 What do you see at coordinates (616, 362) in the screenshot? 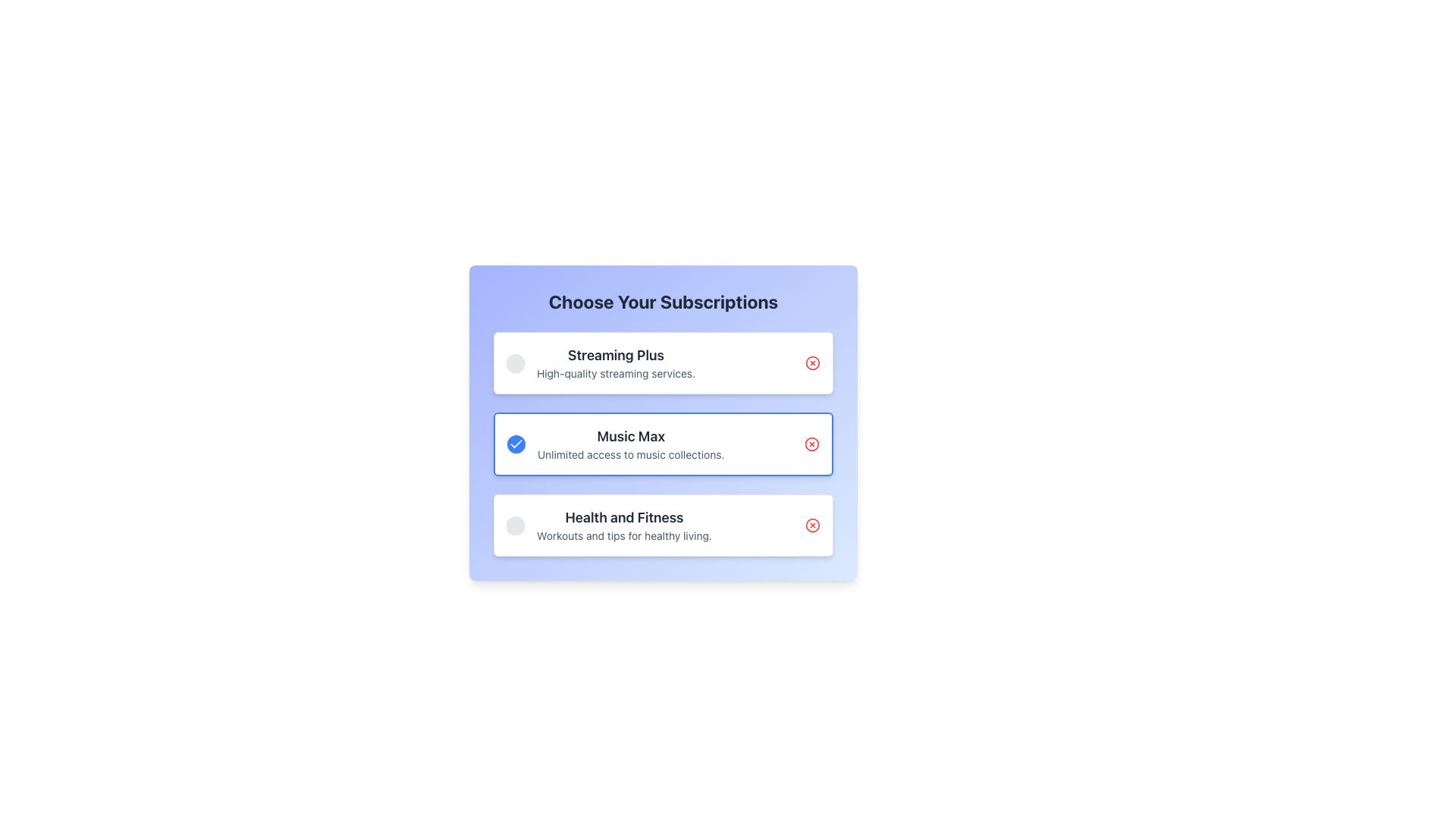
I see `the 'Streaming Plus' subscription option text block, which is located in the first card of a vertical list of three cards within the subscription selection interface` at bounding box center [616, 362].